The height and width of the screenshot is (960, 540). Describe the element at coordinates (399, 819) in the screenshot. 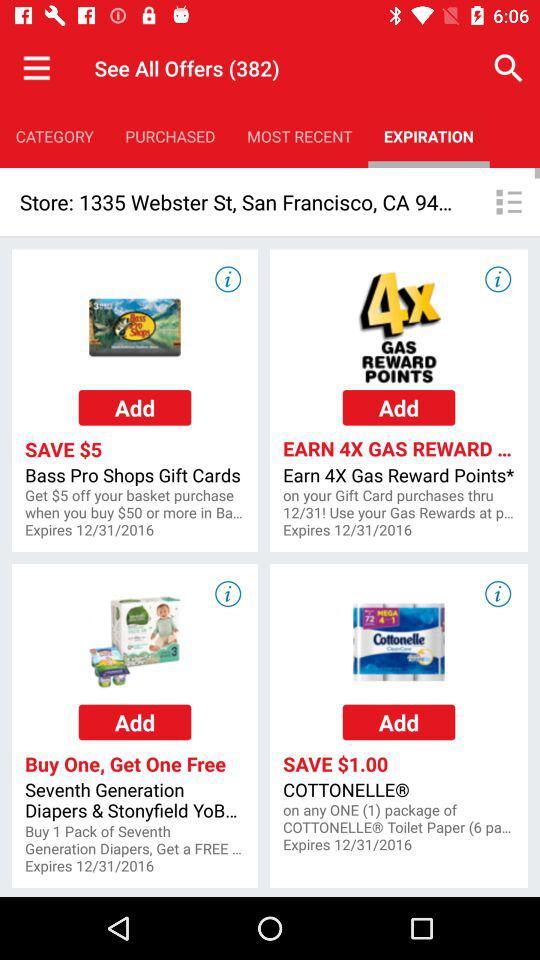

I see `the app to the right of seventh generation diapers item` at that location.